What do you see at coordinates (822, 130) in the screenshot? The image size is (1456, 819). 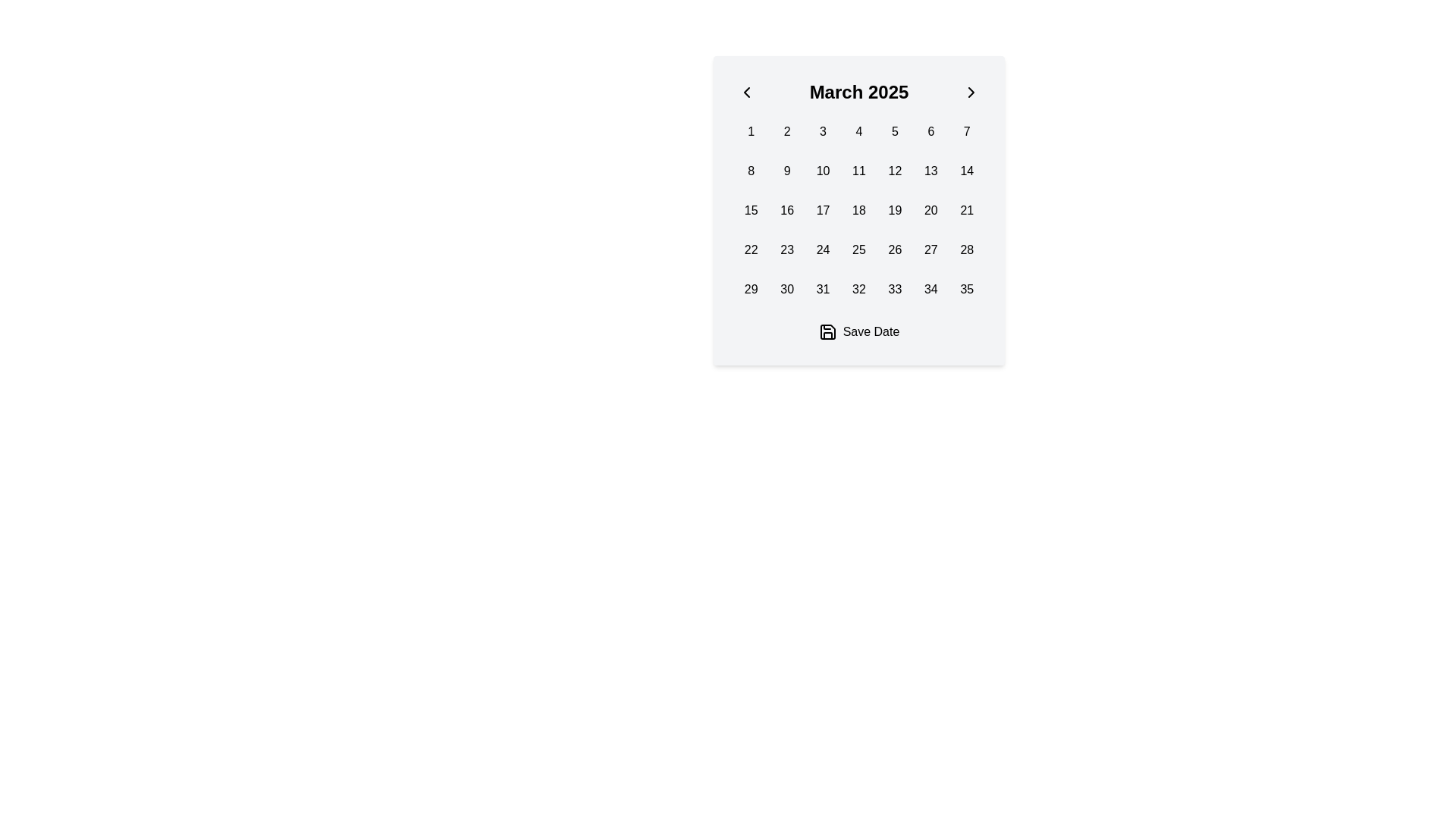 I see `the button labeled '3' in the calendar interface` at bounding box center [822, 130].